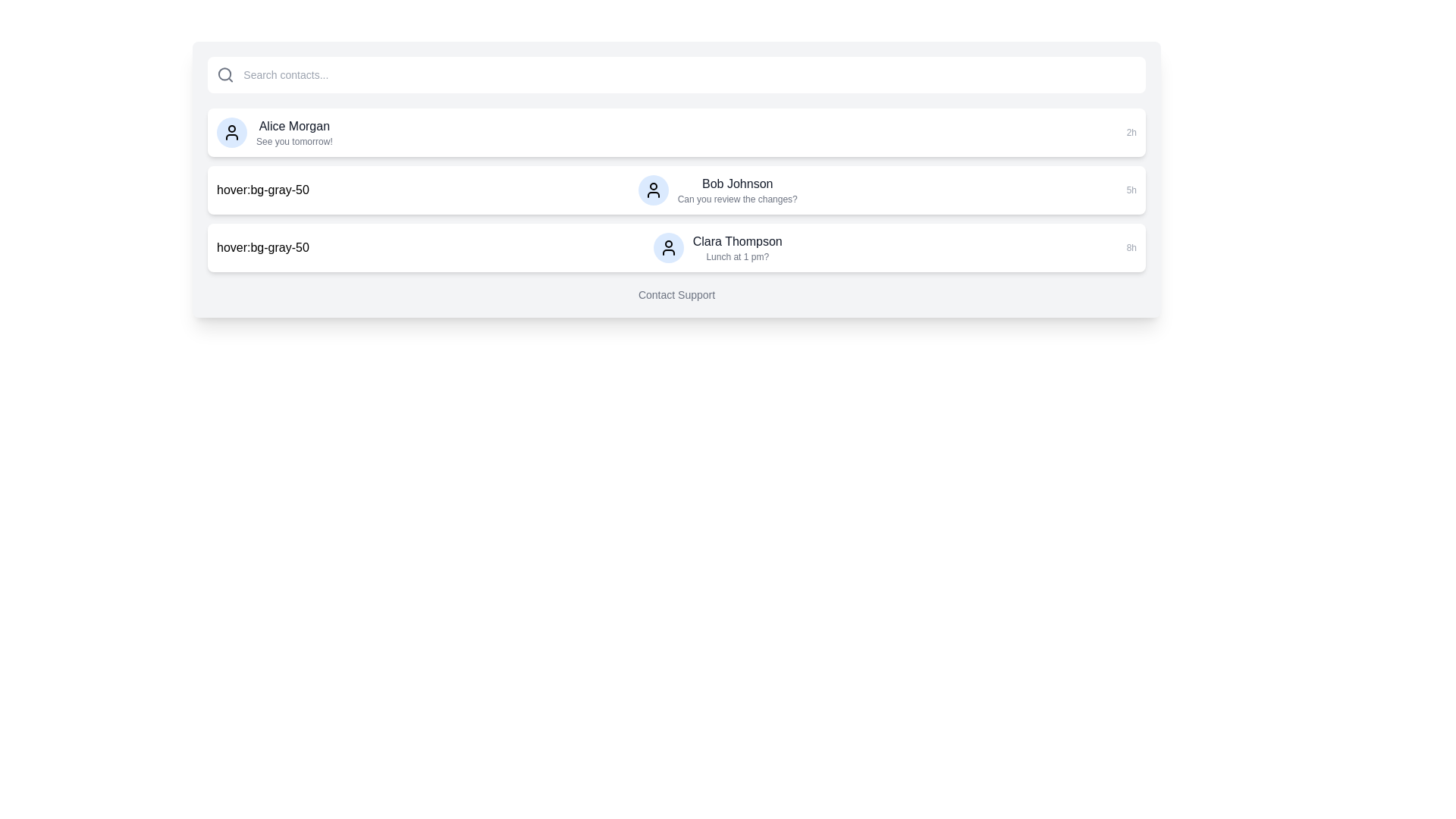 This screenshot has height=819, width=1456. I want to click on the text block displaying the name and message preview in the conversation list, which is the second entry below 'Alice Morgan' and above 'Clara Thompson', so click(737, 189).